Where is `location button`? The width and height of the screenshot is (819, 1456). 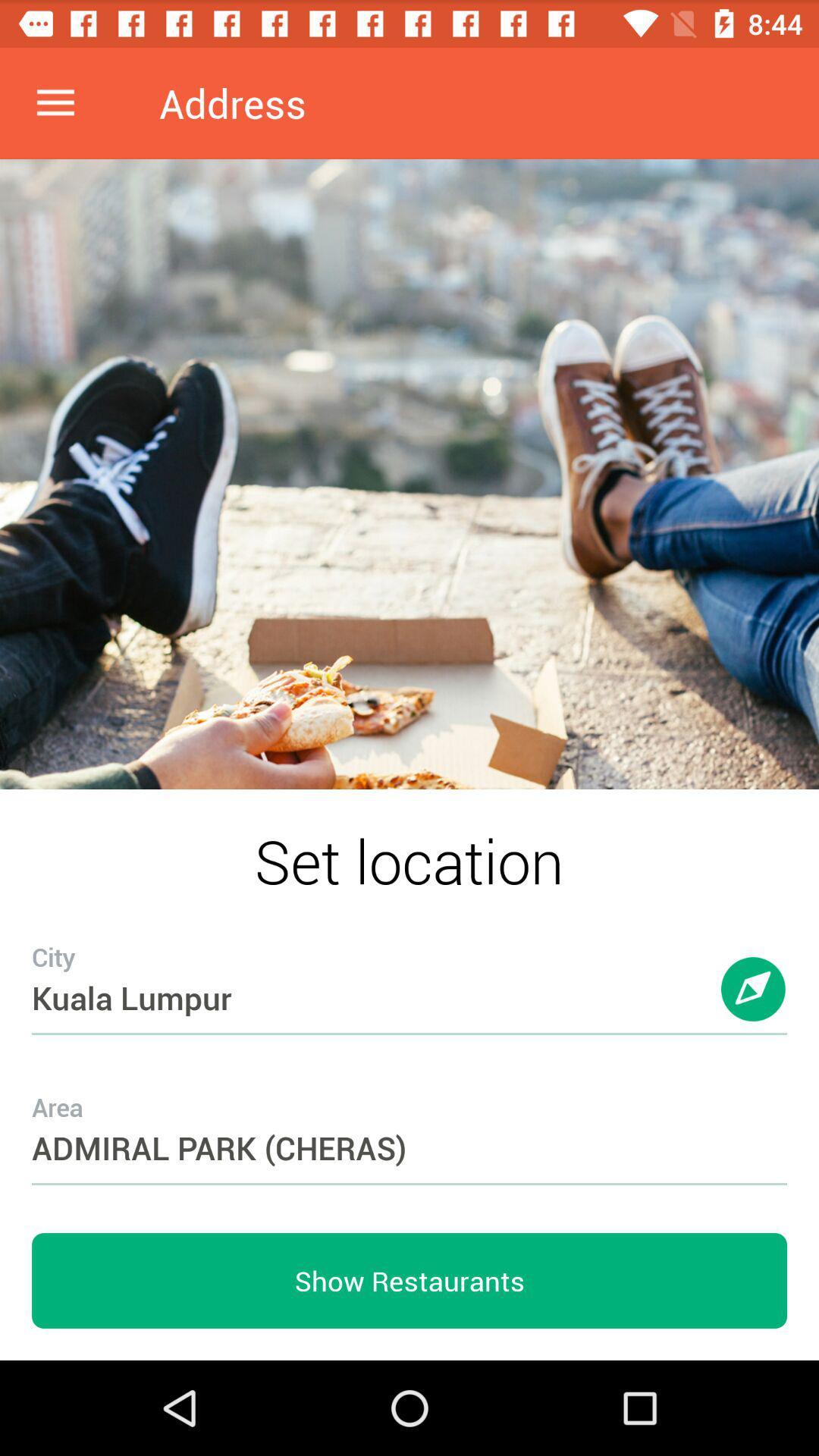
location button is located at coordinates (754, 1004).